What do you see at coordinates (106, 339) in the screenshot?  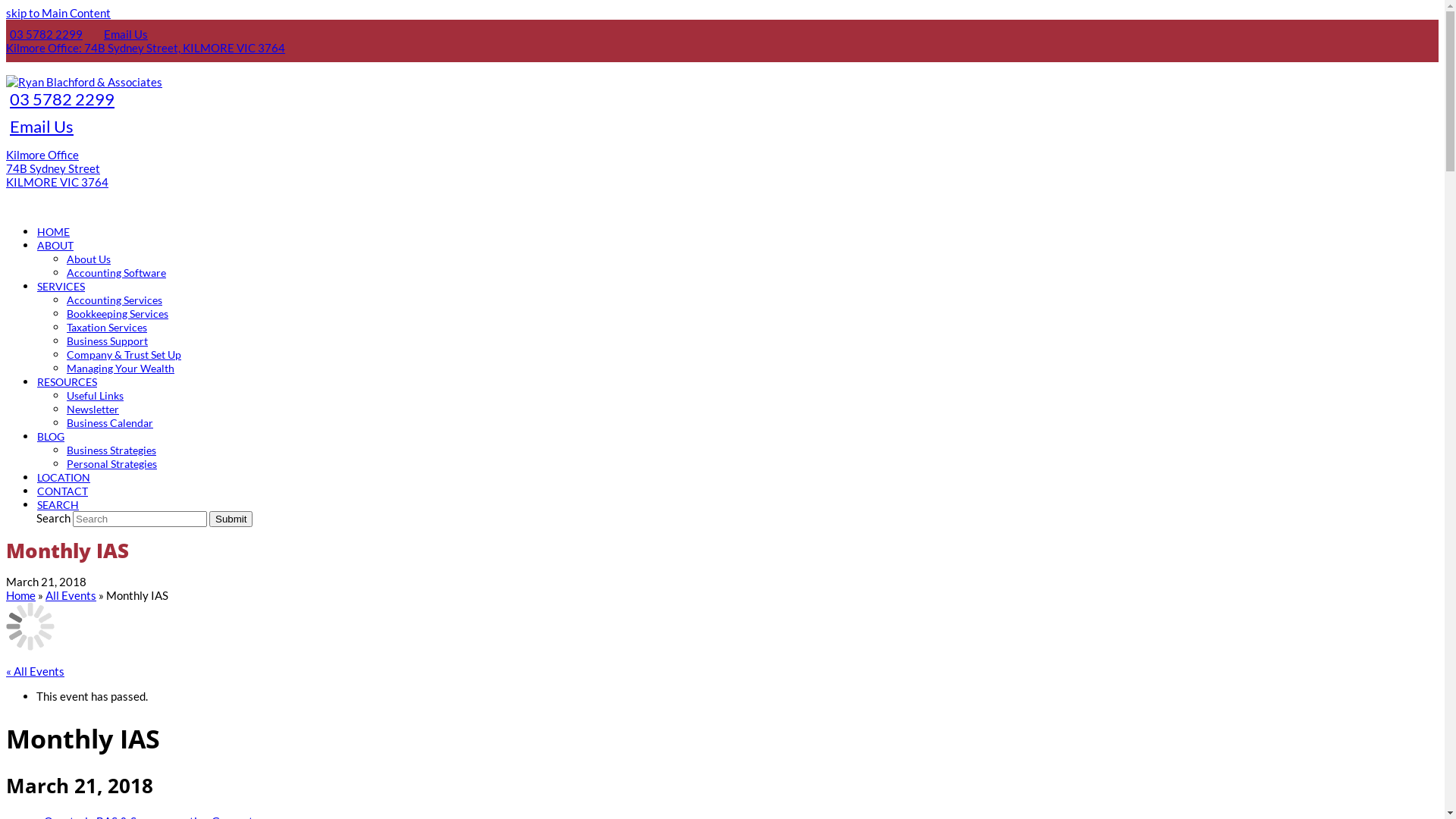 I see `'Business Support'` at bounding box center [106, 339].